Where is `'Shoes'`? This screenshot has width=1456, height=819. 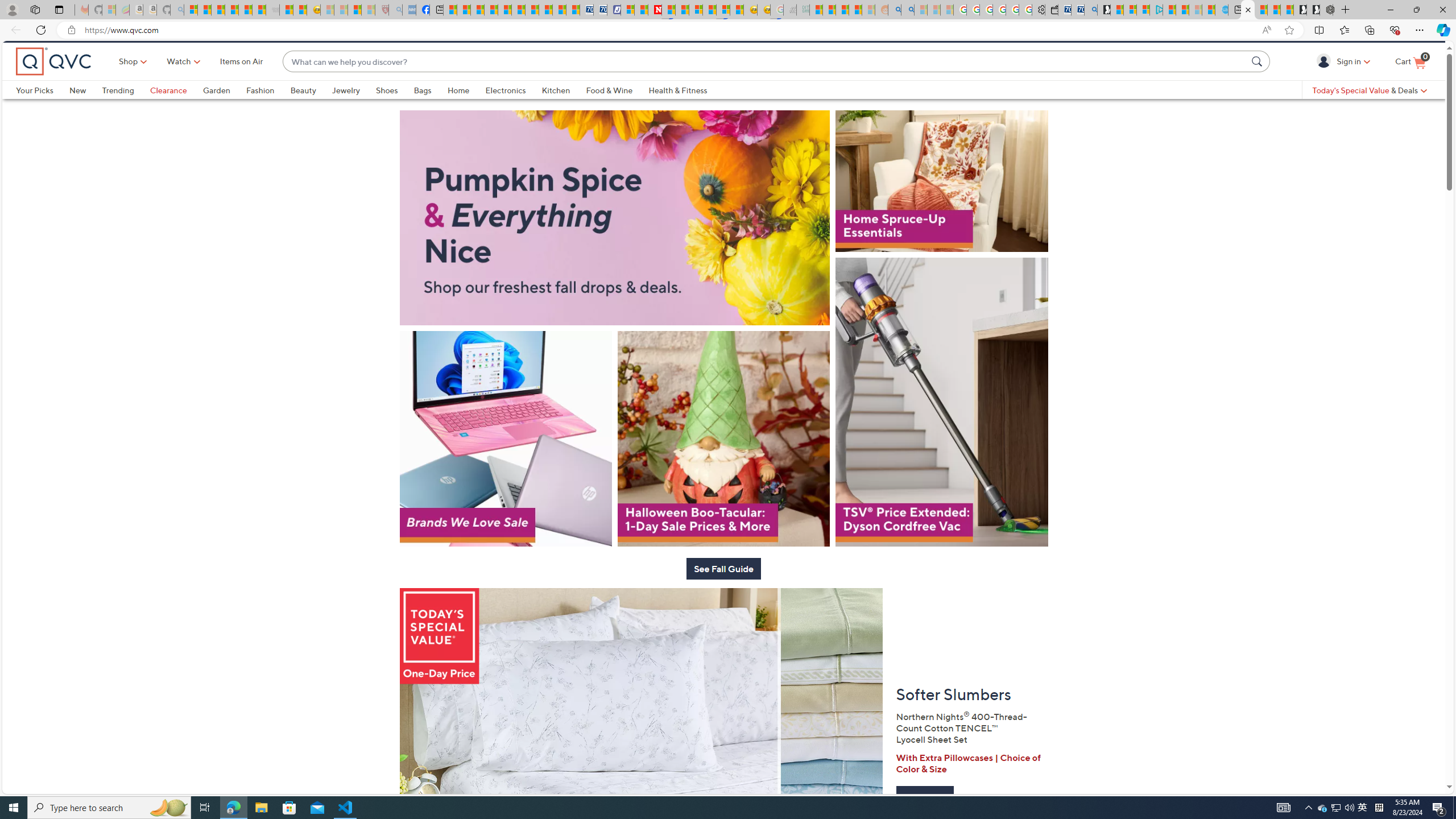 'Shoes' is located at coordinates (386, 109).